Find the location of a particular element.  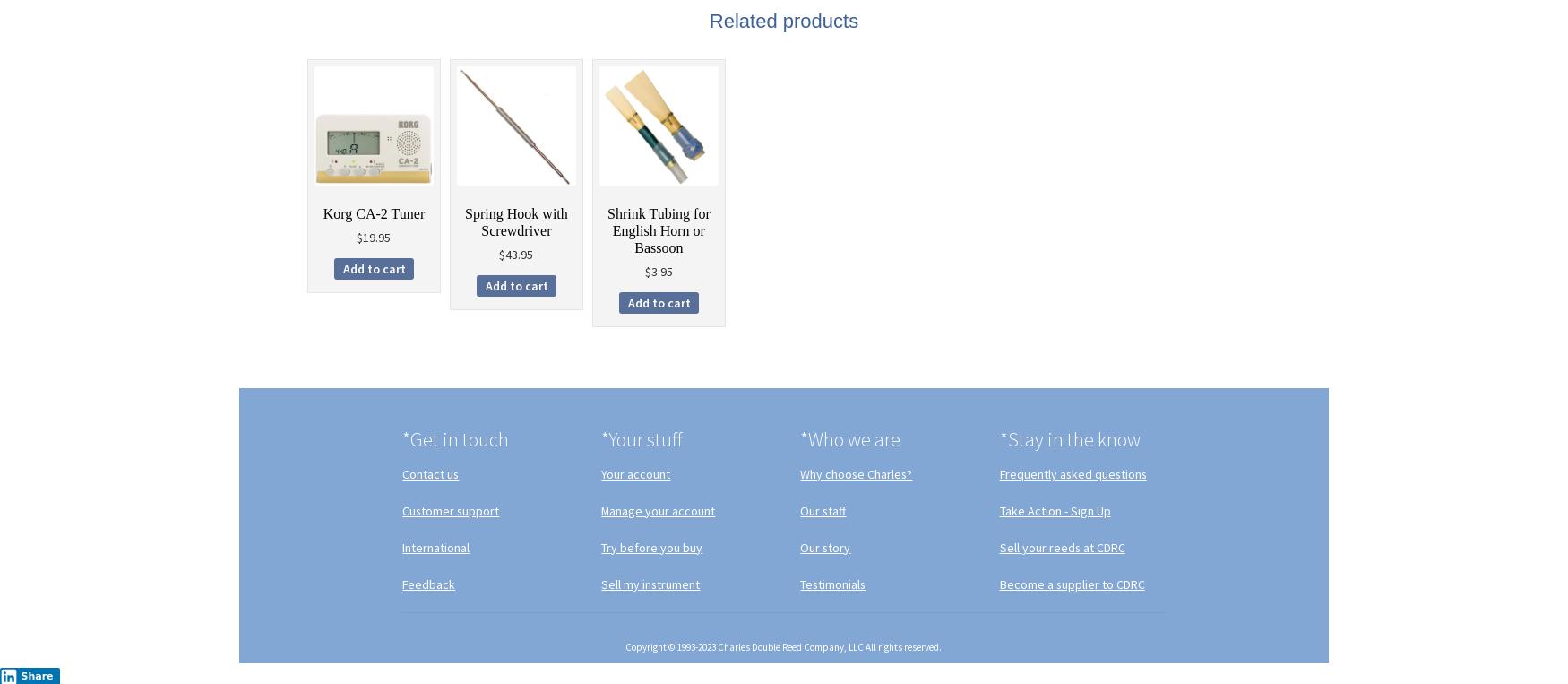

'43.95' is located at coordinates (519, 254).